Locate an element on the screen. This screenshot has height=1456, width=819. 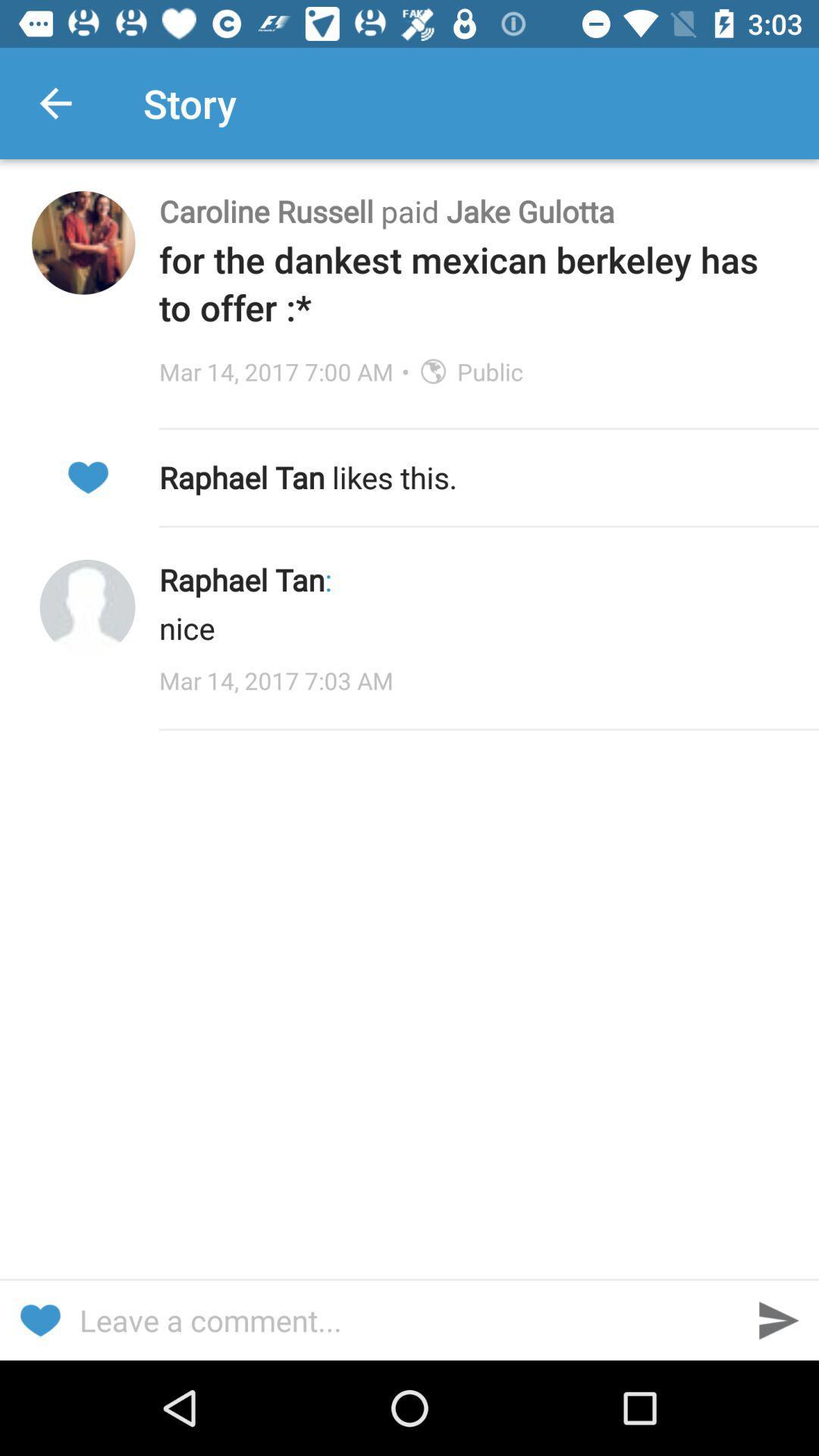
the icon to the left of raphael tan:  icon is located at coordinates (87, 607).